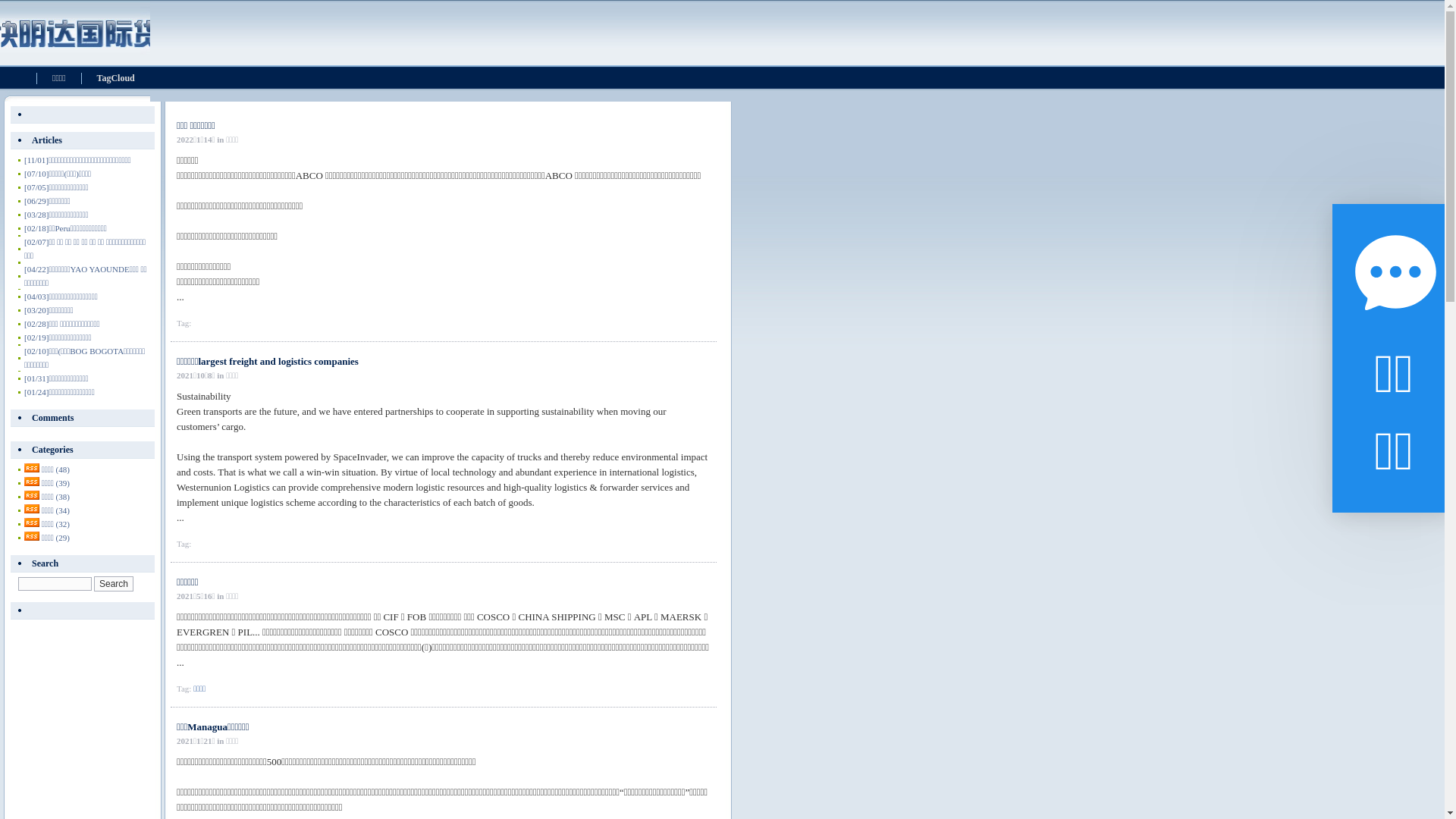 This screenshot has height=819, width=1456. I want to click on 'rss', so click(32, 535).